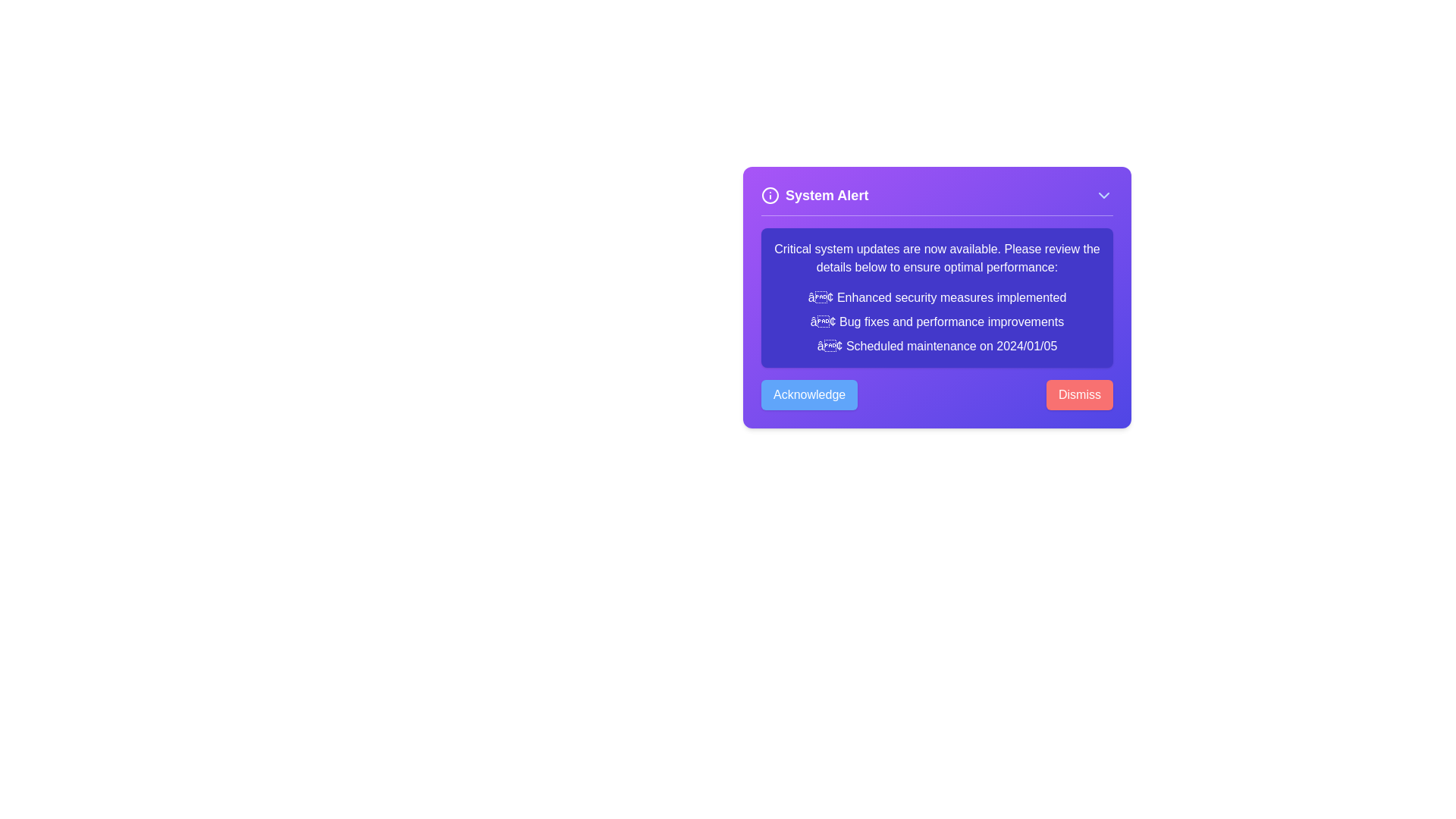 This screenshot has height=819, width=1456. What do you see at coordinates (808, 394) in the screenshot?
I see `the 'Acknowledge' button to acknowledge the alert` at bounding box center [808, 394].